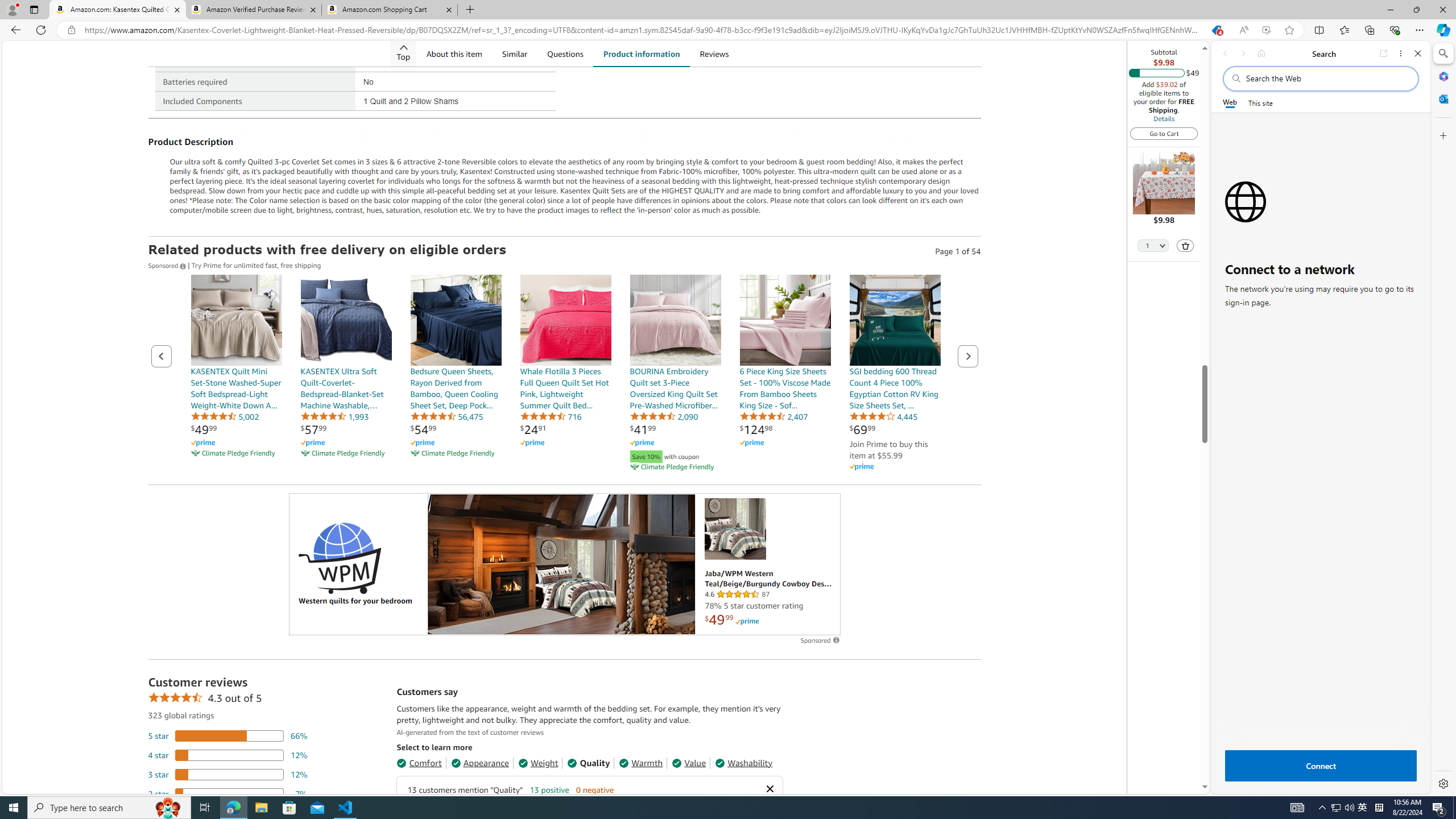 The width and height of the screenshot is (1456, 819). I want to click on '2,090', so click(663, 416).